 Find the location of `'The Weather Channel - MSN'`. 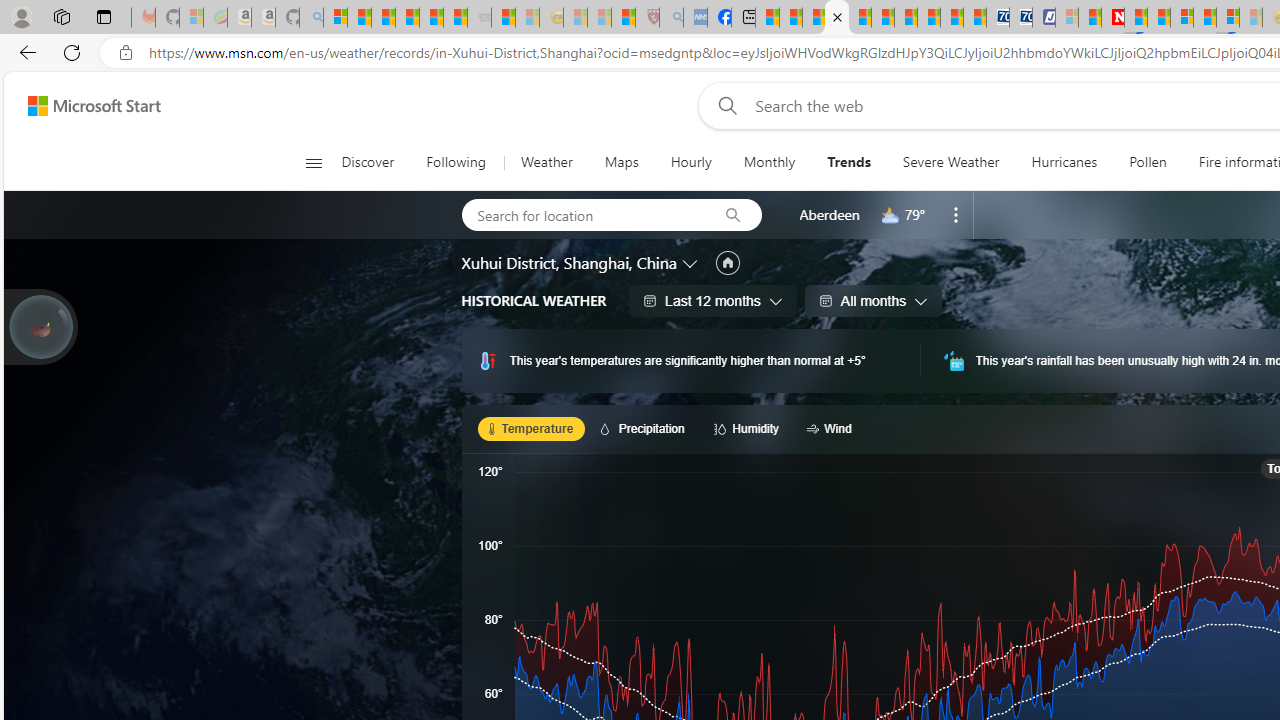

'The Weather Channel - MSN' is located at coordinates (384, 17).